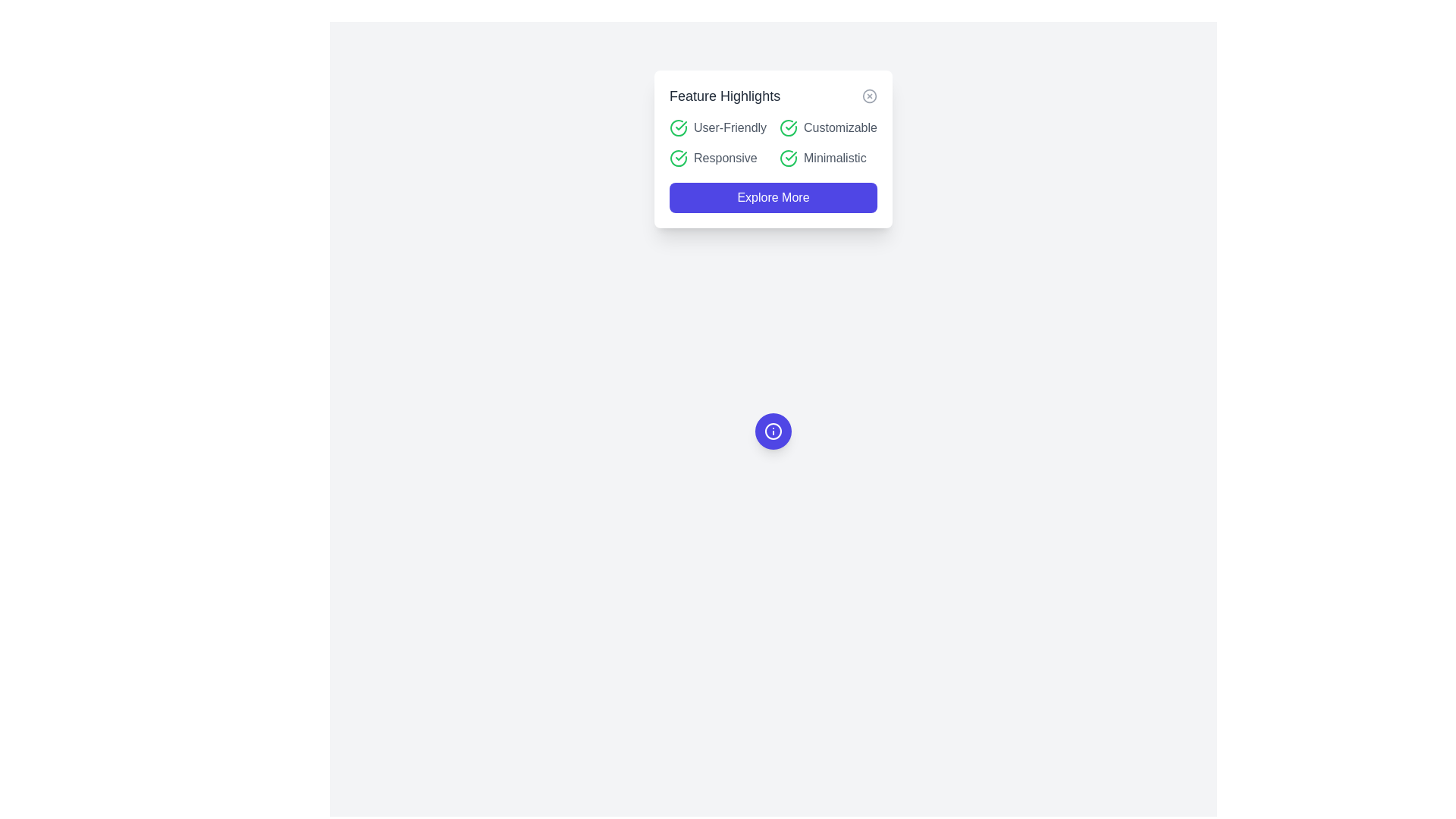  I want to click on the circular part of the SVG icon located at the top-right corner of the feature highlights card component, so click(870, 96).